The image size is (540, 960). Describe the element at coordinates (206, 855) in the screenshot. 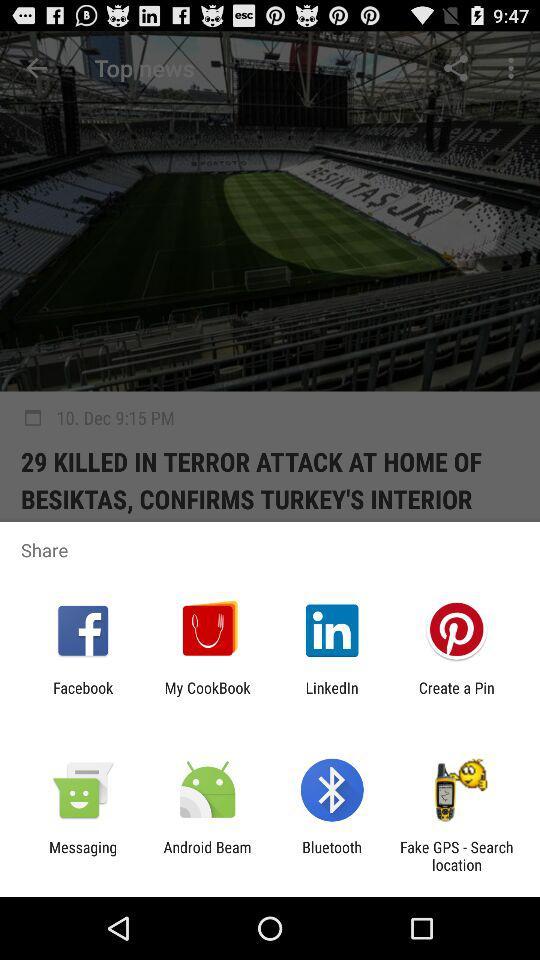

I see `app next to messaging item` at that location.